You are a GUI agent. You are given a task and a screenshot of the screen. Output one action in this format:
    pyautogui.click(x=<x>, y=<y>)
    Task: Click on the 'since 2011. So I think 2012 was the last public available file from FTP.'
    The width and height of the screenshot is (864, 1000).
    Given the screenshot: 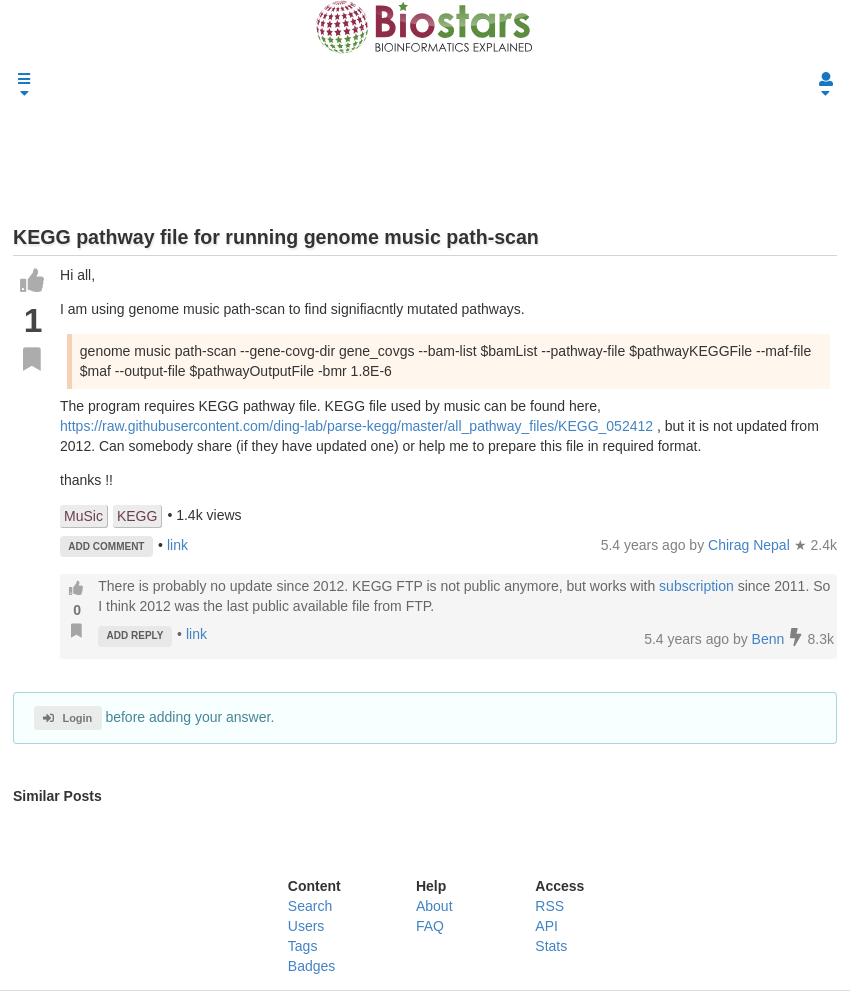 What is the action you would take?
    pyautogui.click(x=463, y=595)
    